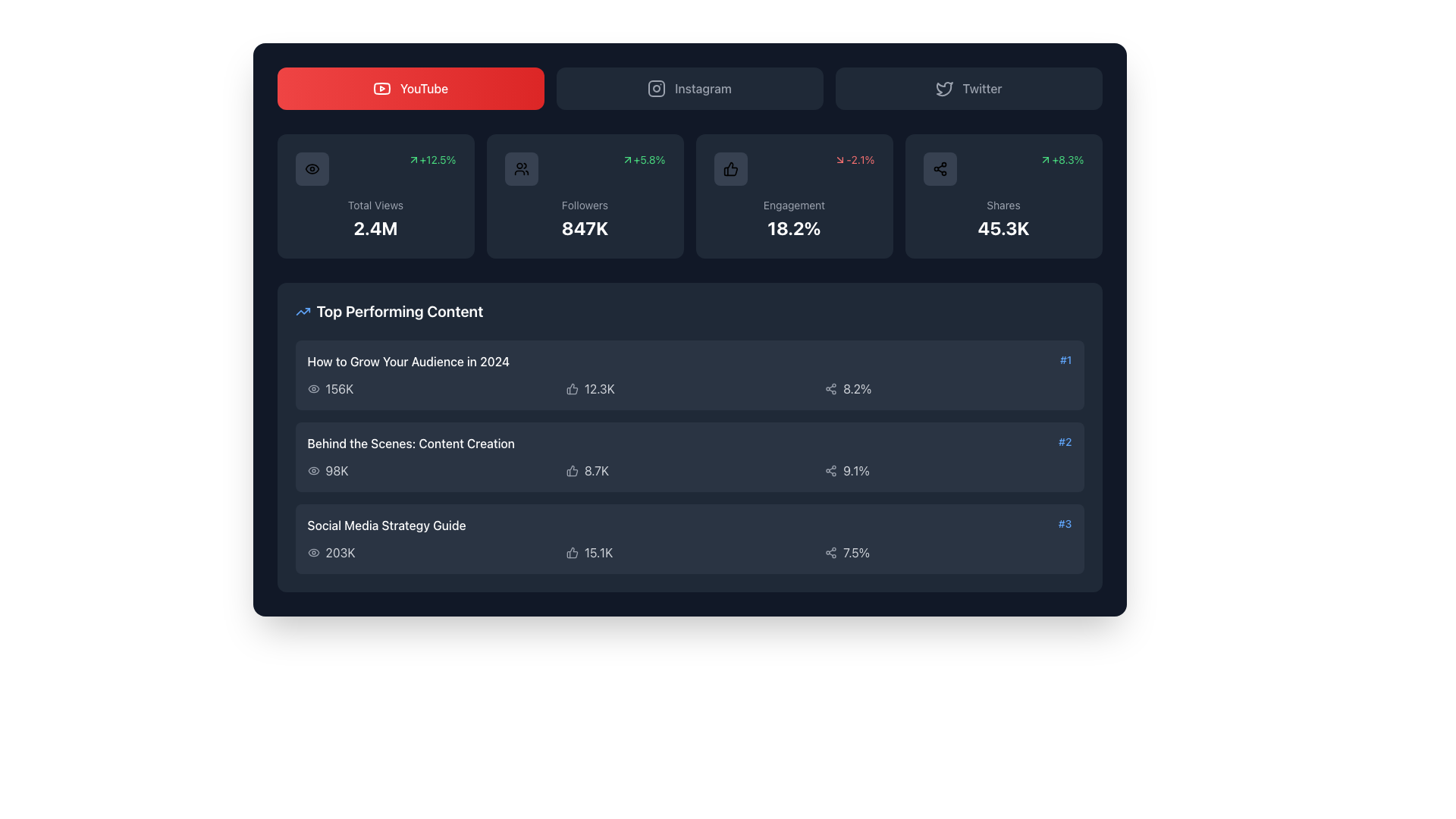 The image size is (1456, 819). Describe the element at coordinates (830, 553) in the screenshot. I see `the small gray share icon located in the 'Top Performing Content' section, positioned to the left of the text '7.5%'` at that location.